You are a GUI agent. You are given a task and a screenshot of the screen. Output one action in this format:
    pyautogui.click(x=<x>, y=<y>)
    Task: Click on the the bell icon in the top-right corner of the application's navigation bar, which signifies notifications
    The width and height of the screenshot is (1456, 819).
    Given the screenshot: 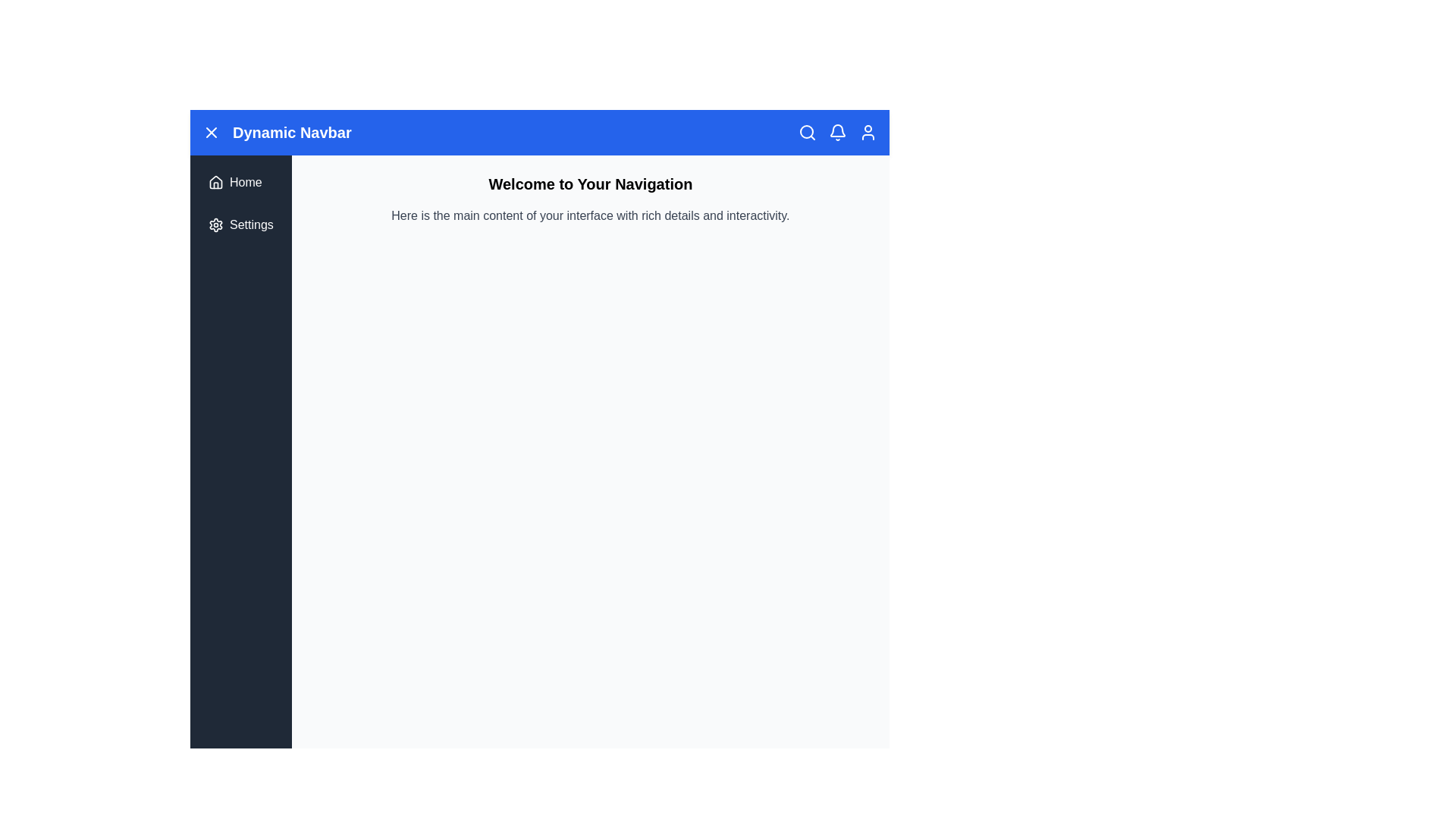 What is the action you would take?
    pyautogui.click(x=836, y=130)
    